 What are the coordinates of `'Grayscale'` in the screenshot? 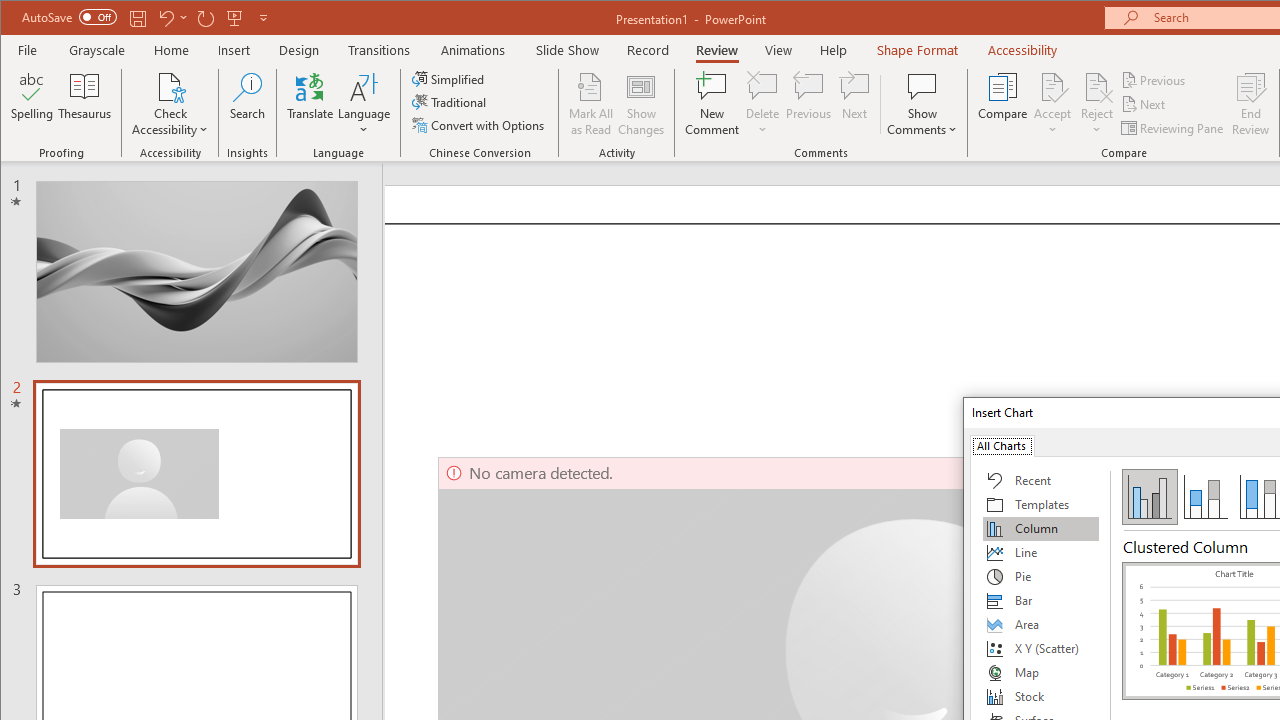 It's located at (96, 49).